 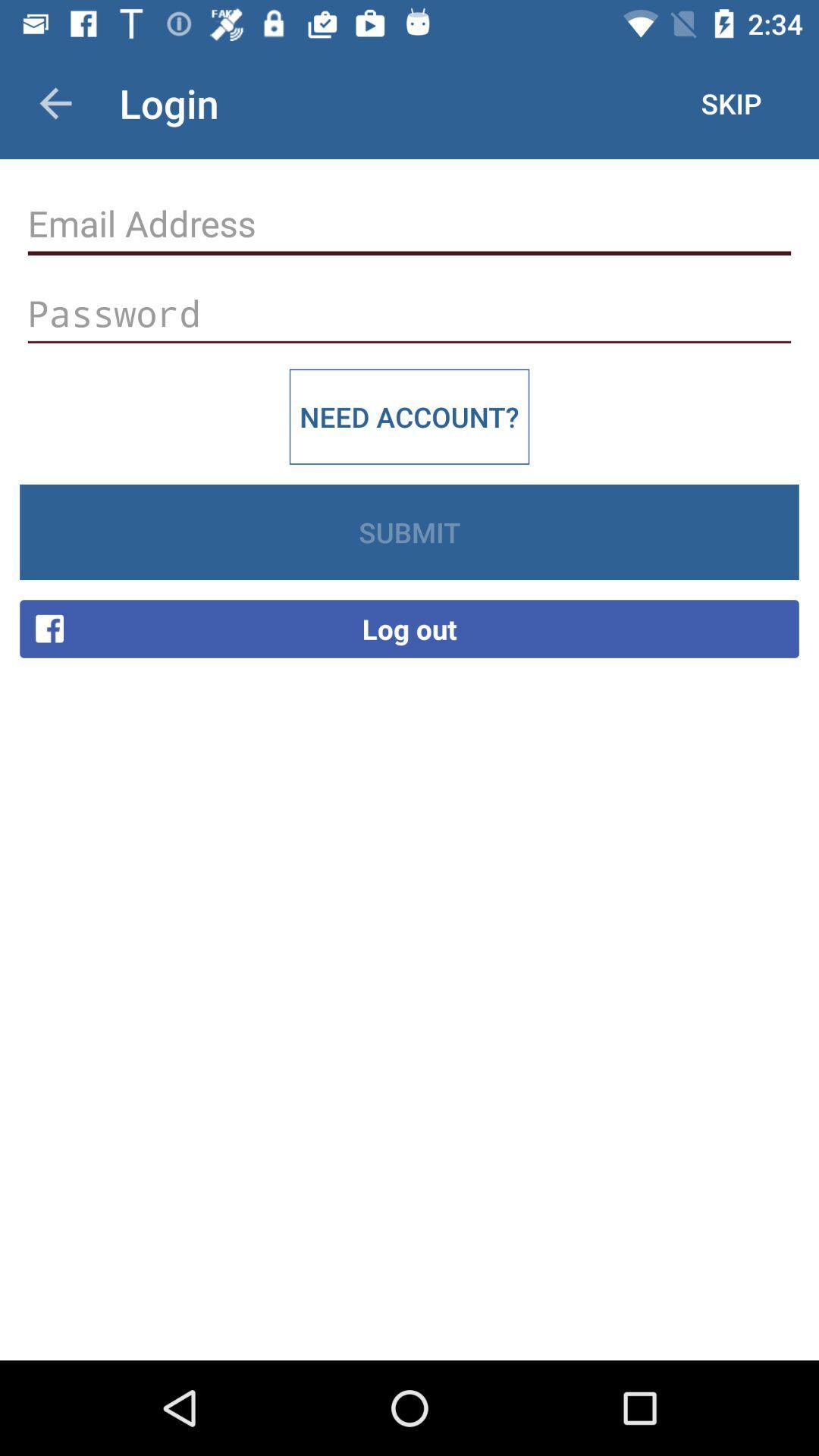 What do you see at coordinates (55, 102) in the screenshot?
I see `item next to the login icon` at bounding box center [55, 102].